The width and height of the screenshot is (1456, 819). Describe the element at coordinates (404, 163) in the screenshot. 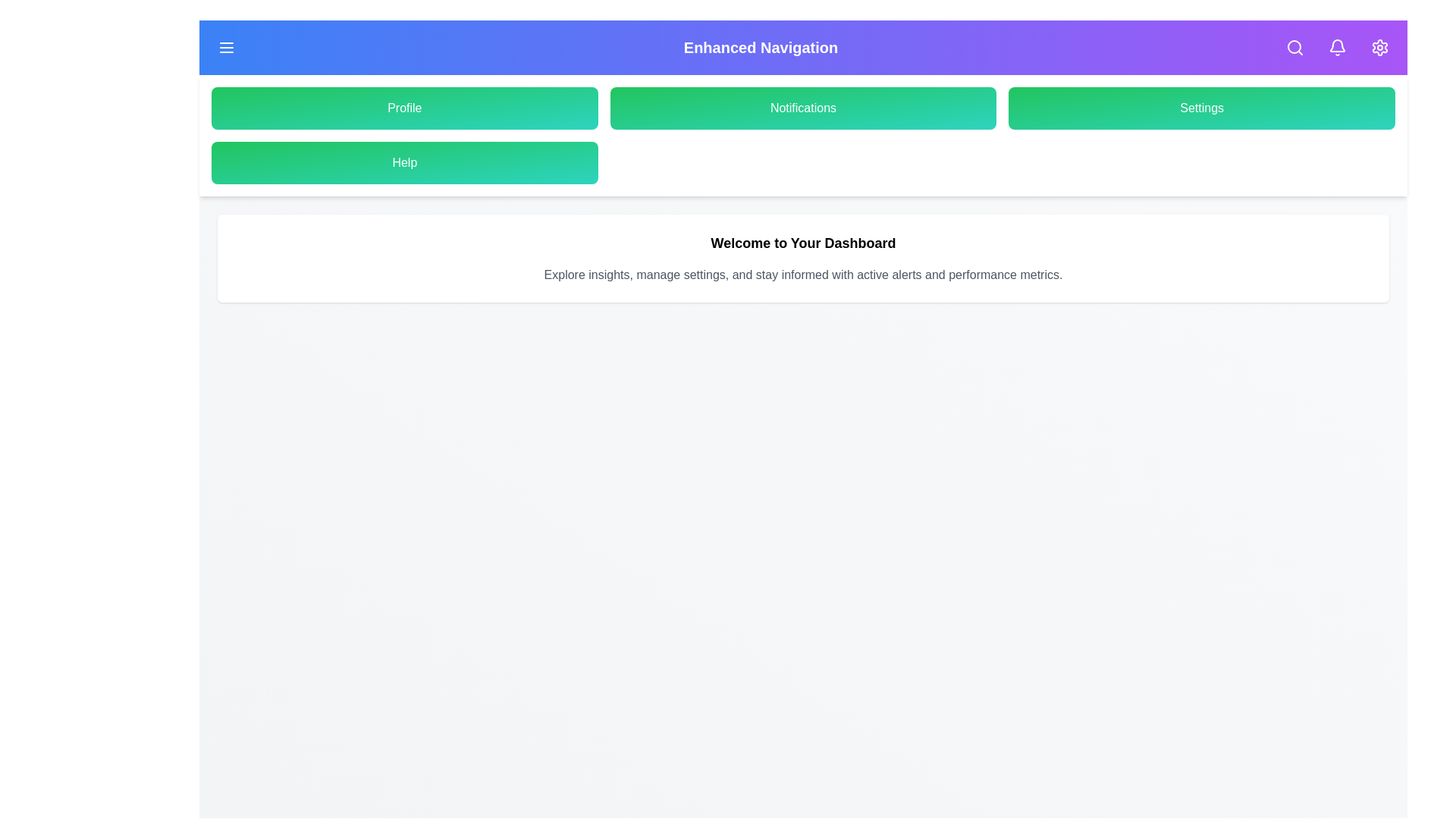

I see `the 'Help' button in the menu` at that location.